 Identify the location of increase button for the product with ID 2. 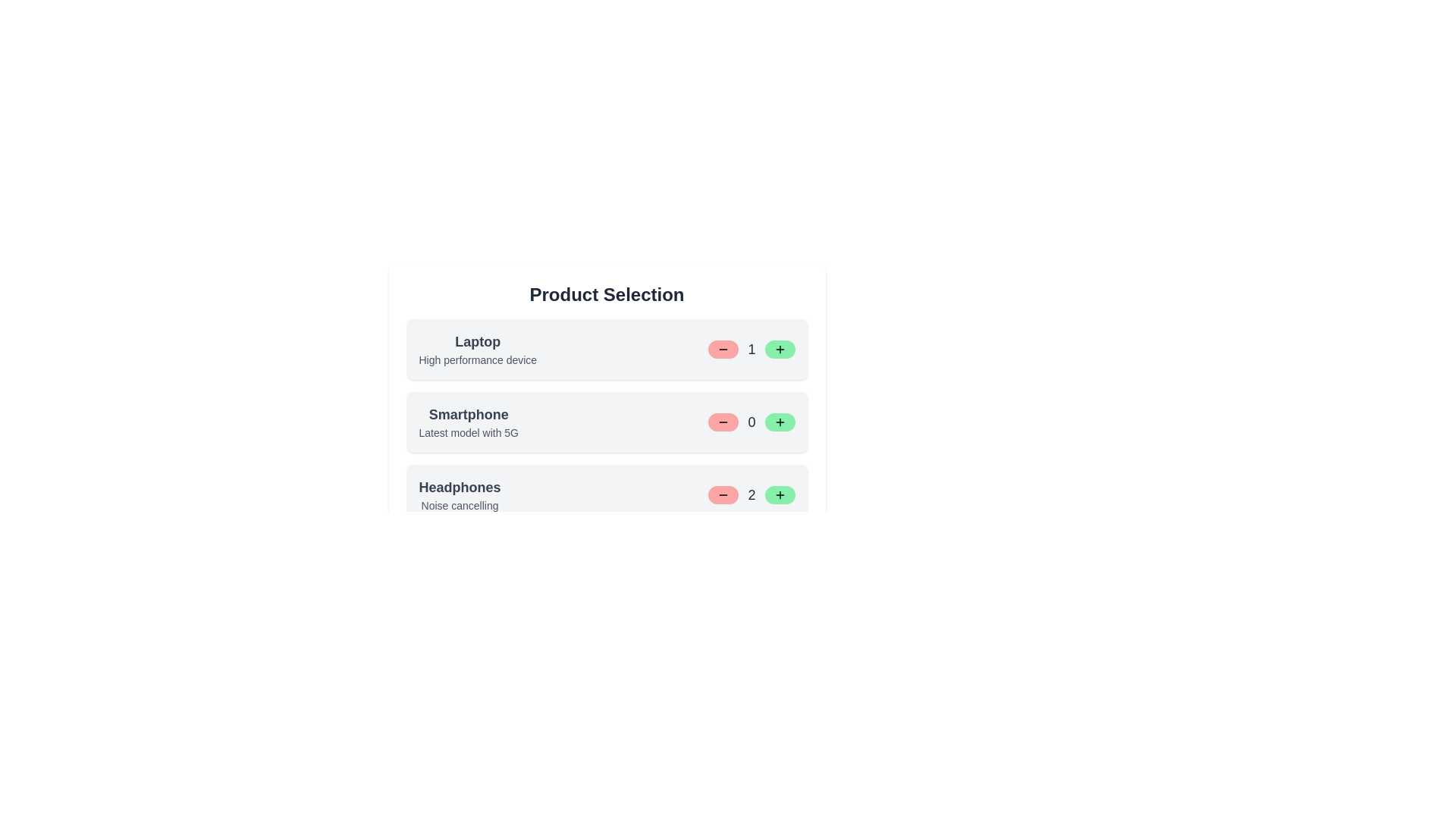
(780, 422).